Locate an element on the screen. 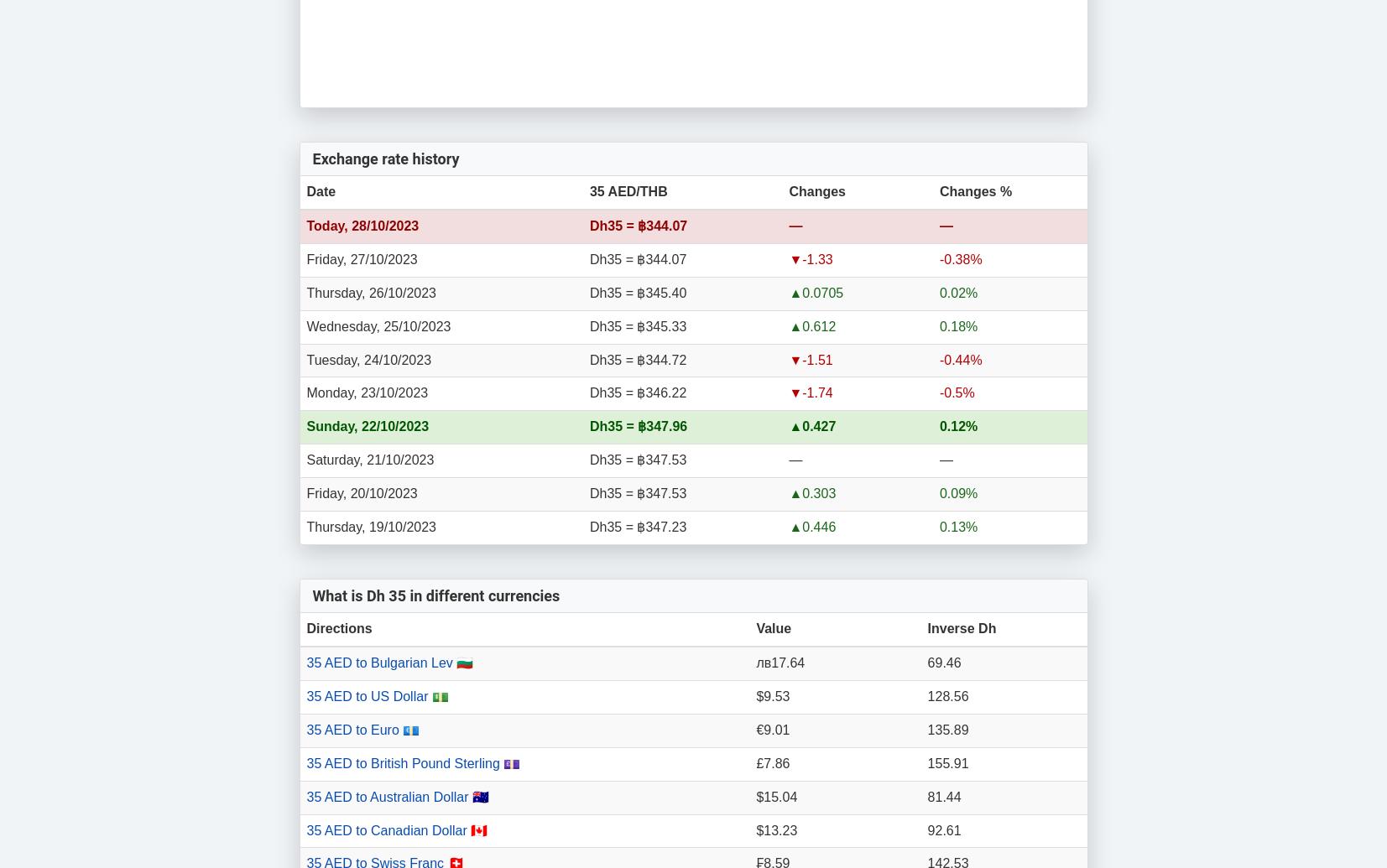 Image resolution: width=1387 pixels, height=868 pixels. '20/10/2023' is located at coordinates (383, 492).